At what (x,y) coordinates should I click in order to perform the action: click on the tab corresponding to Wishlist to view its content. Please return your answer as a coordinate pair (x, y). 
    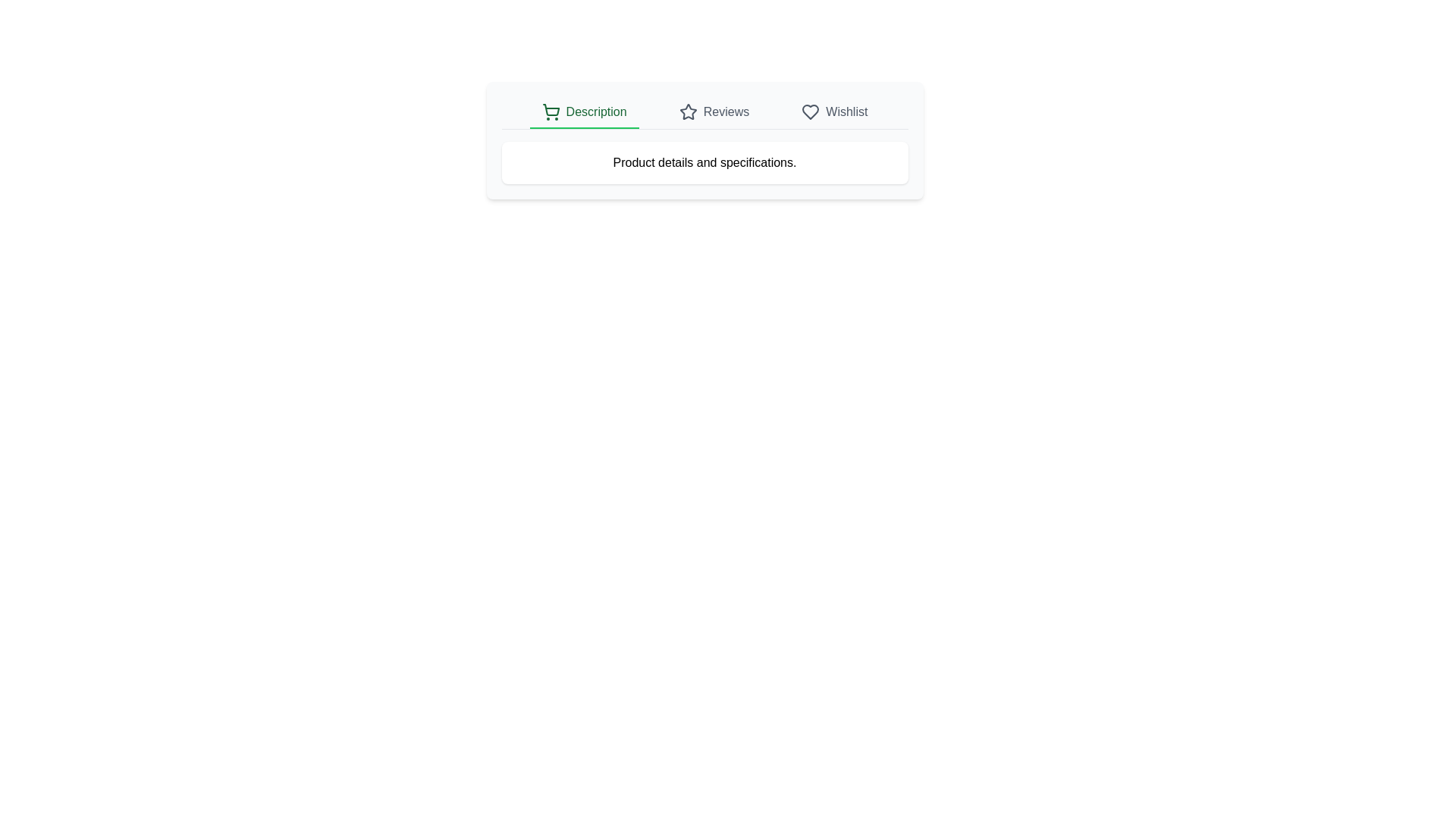
    Looking at the image, I should click on (833, 112).